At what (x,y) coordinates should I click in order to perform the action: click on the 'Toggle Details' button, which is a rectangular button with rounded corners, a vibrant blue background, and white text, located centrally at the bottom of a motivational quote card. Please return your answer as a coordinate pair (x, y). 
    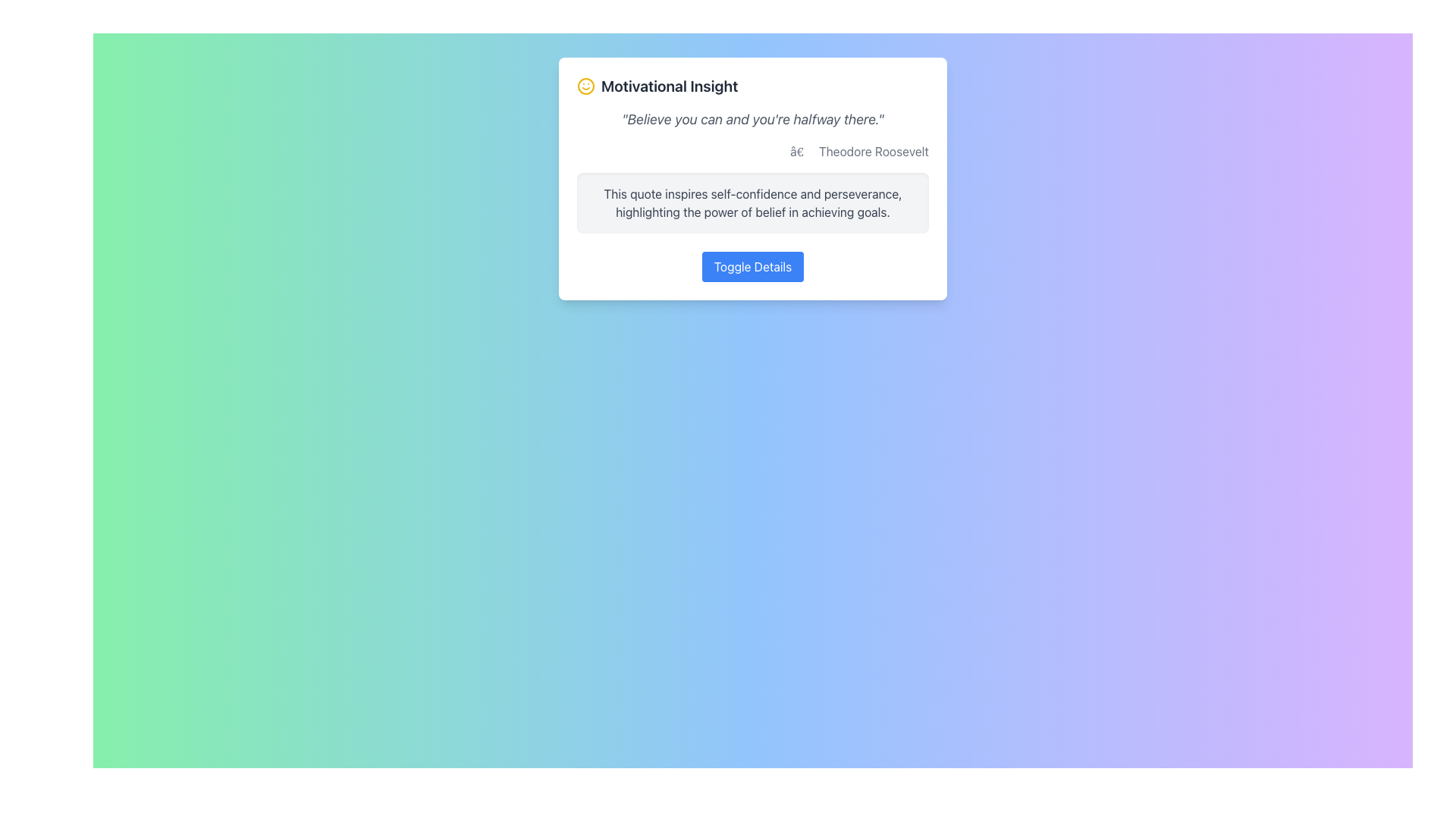
    Looking at the image, I should click on (753, 265).